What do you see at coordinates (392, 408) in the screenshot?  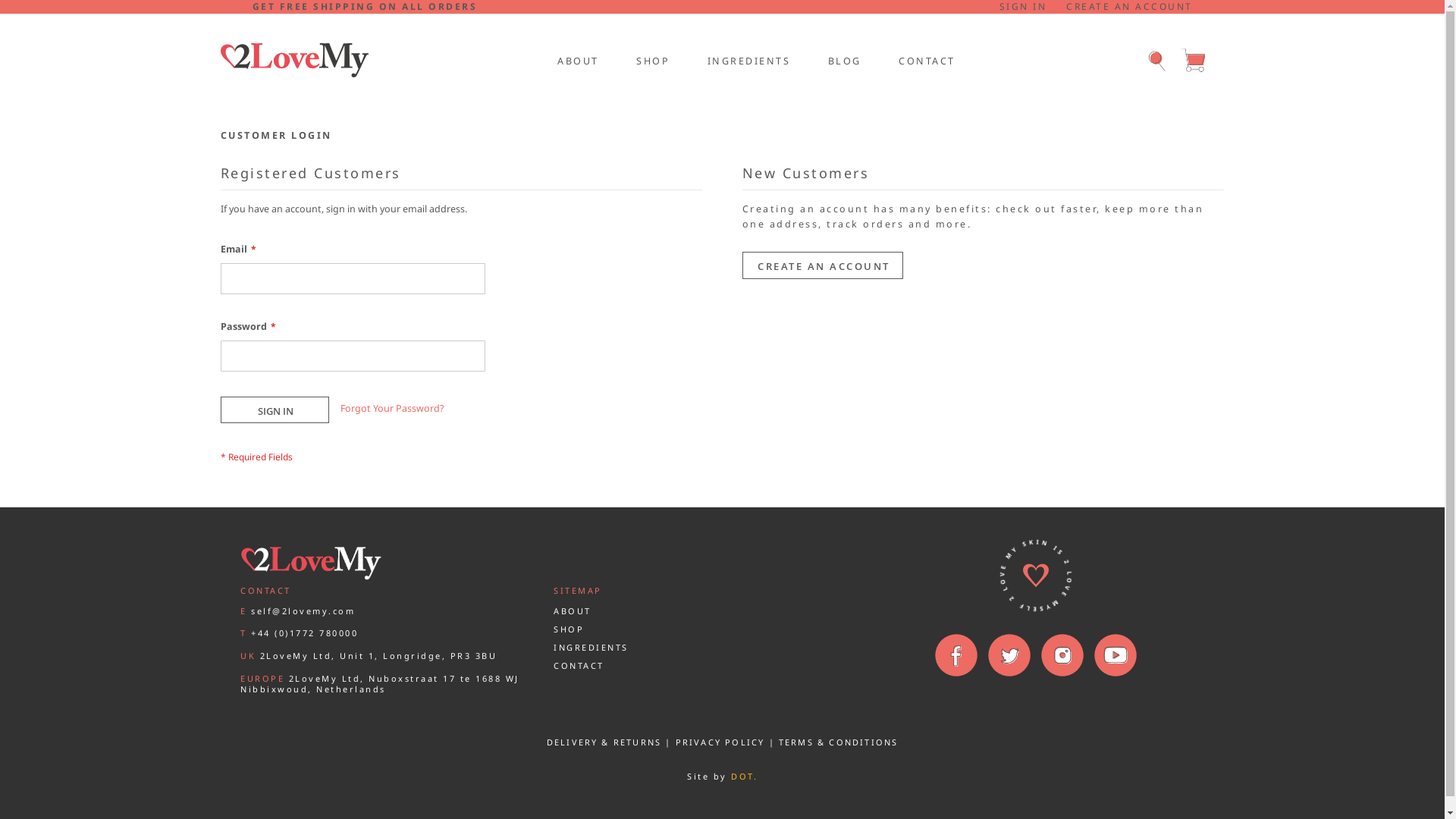 I see `'Forgot Your Password?'` at bounding box center [392, 408].